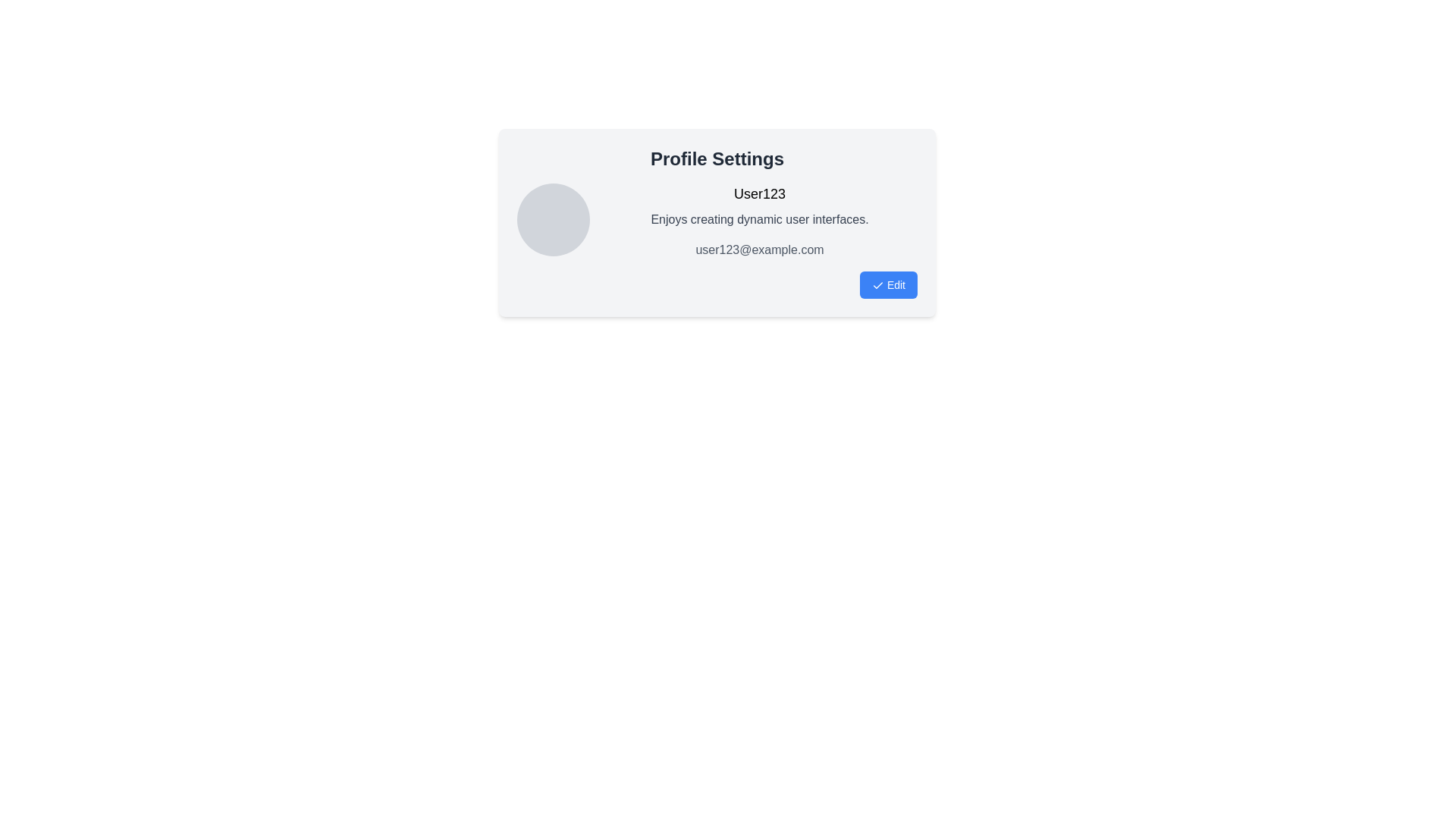 The width and height of the screenshot is (1456, 819). Describe the element at coordinates (760, 221) in the screenshot. I see `displayed information from the Text block summarizing the user's profile, which includes their username, description, and contact email, located to the right of the rounded avatar icon` at that location.